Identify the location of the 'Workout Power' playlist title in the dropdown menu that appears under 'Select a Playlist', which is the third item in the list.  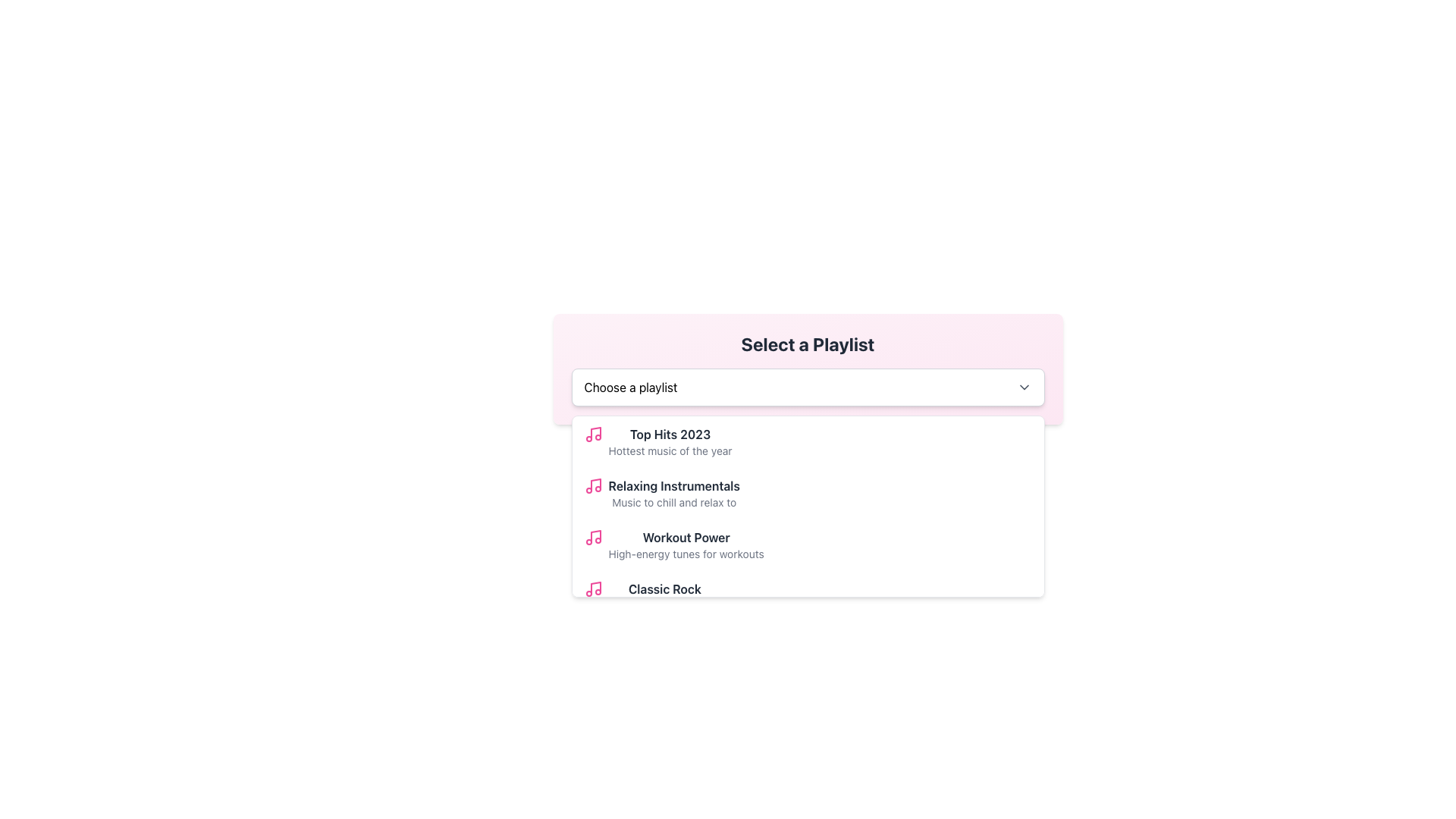
(686, 537).